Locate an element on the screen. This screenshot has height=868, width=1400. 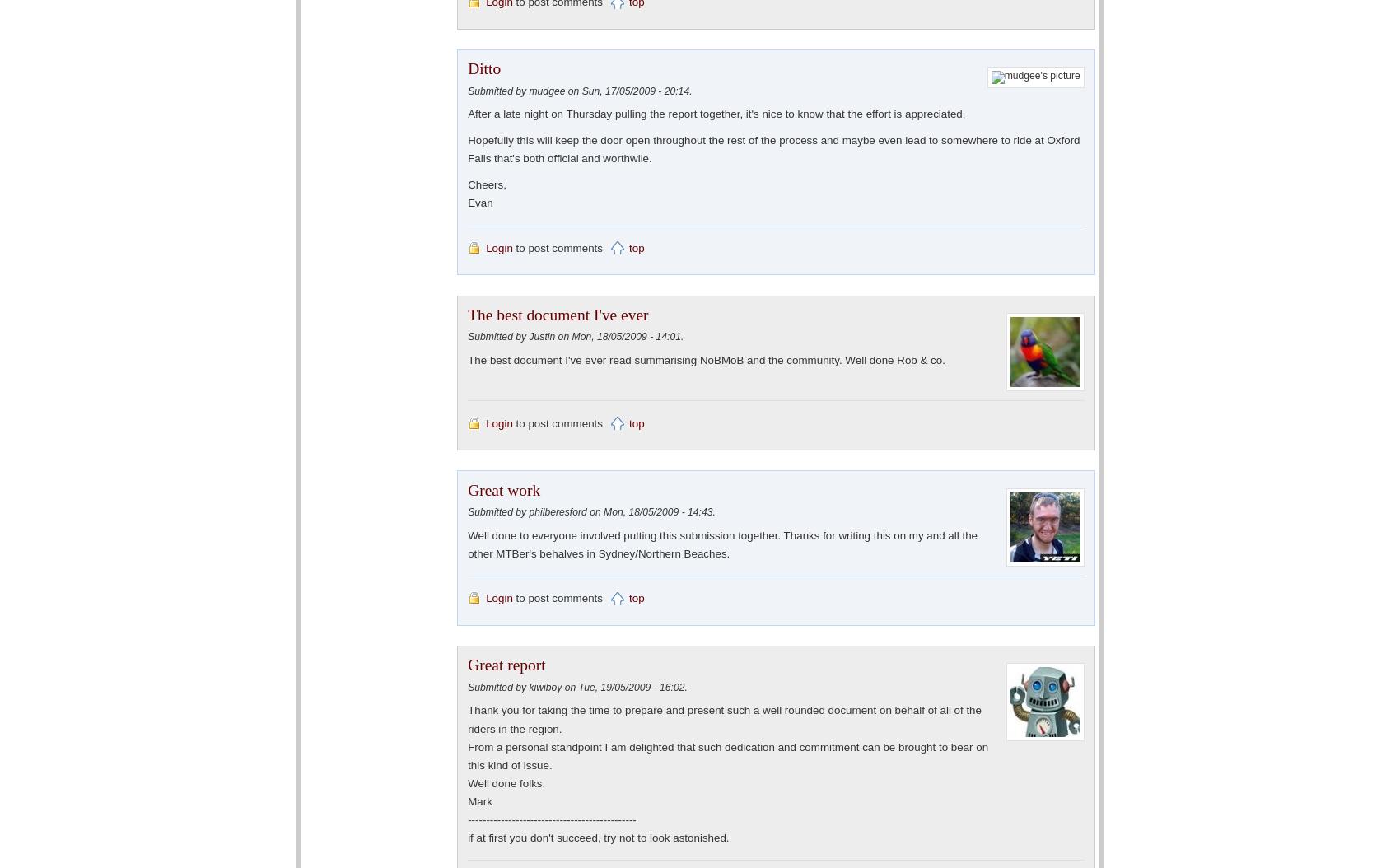
'Cheers,' is located at coordinates (485, 184).